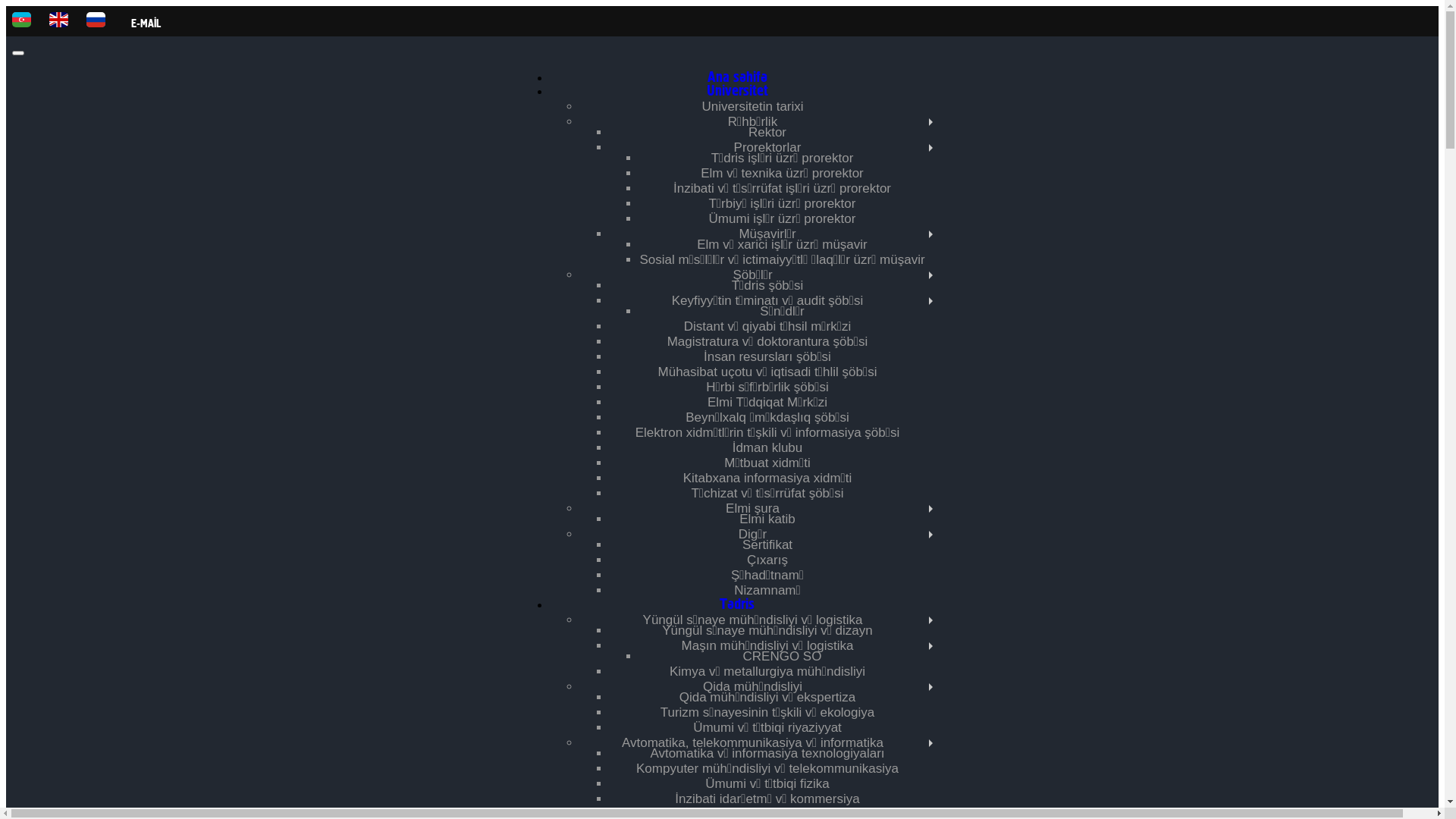 This screenshot has height=819, width=1456. Describe the element at coordinates (742, 544) in the screenshot. I see `'Sertifikat'` at that location.